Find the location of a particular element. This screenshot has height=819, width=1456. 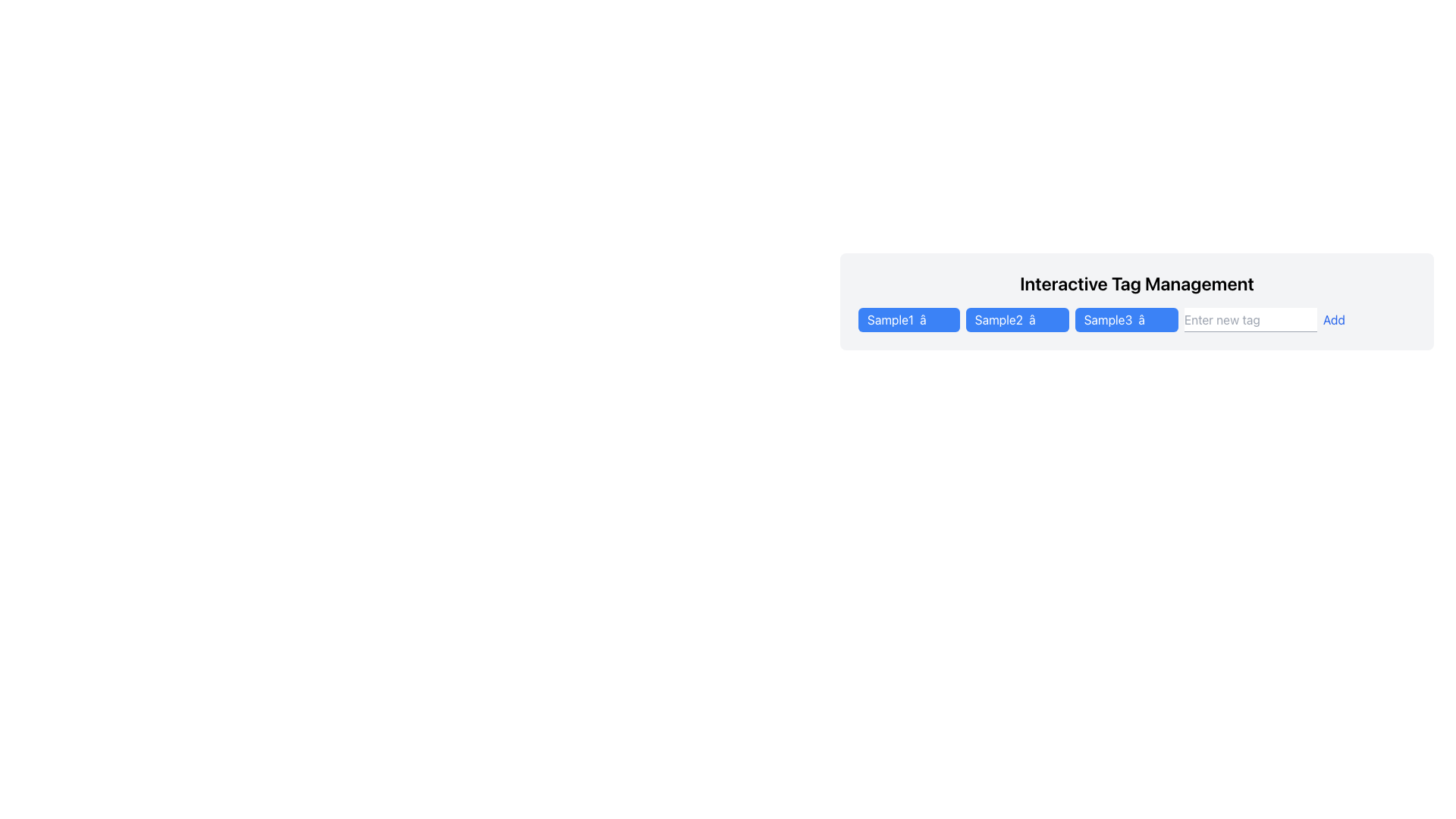

the first button in the 'Interactive Tag Management' section, which is positioned near the upper-right corner of the interface and is marked with a checkmark symbol is located at coordinates (908, 318).